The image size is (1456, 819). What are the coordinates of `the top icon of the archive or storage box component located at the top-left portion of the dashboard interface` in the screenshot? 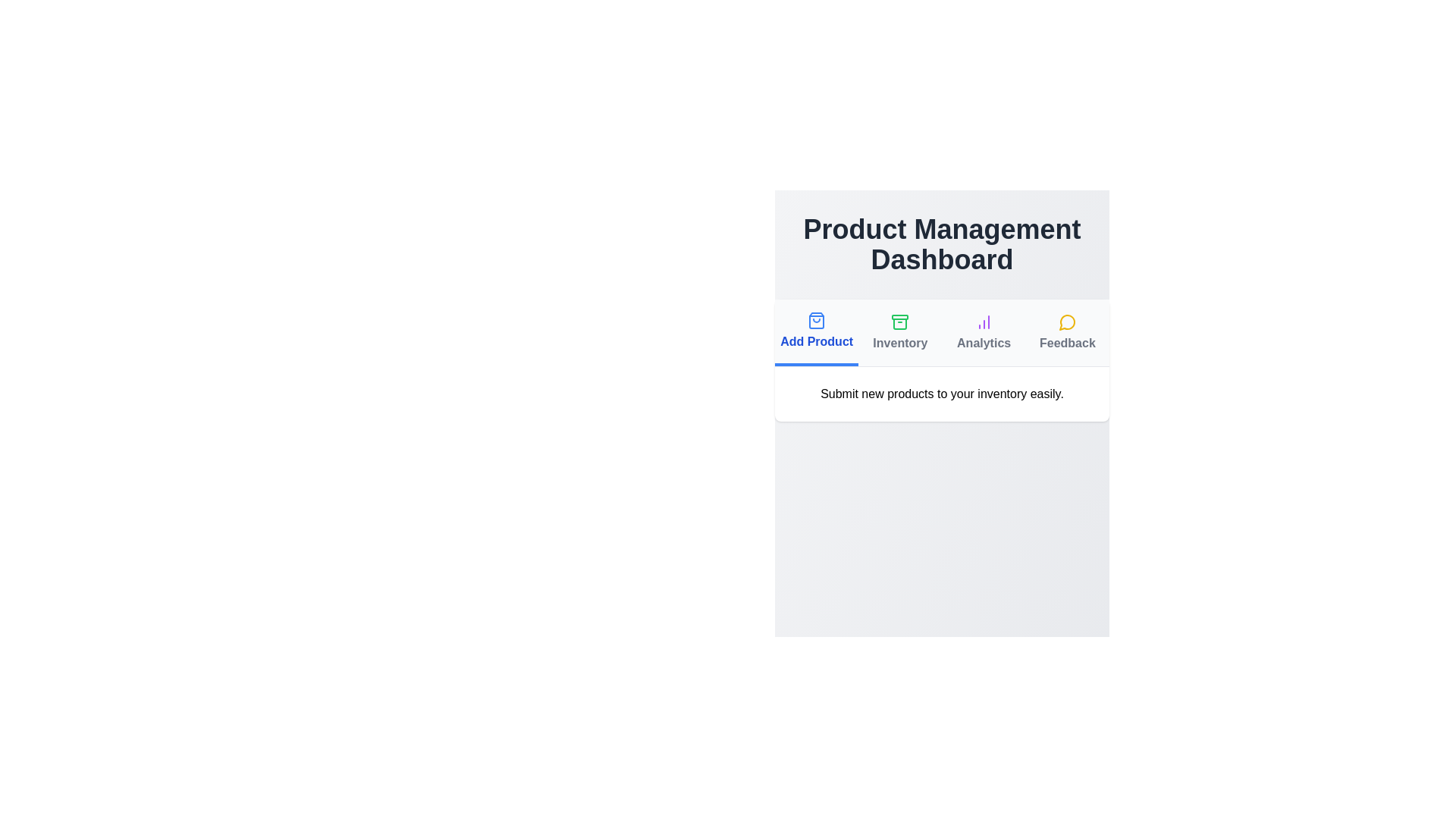 It's located at (900, 316).